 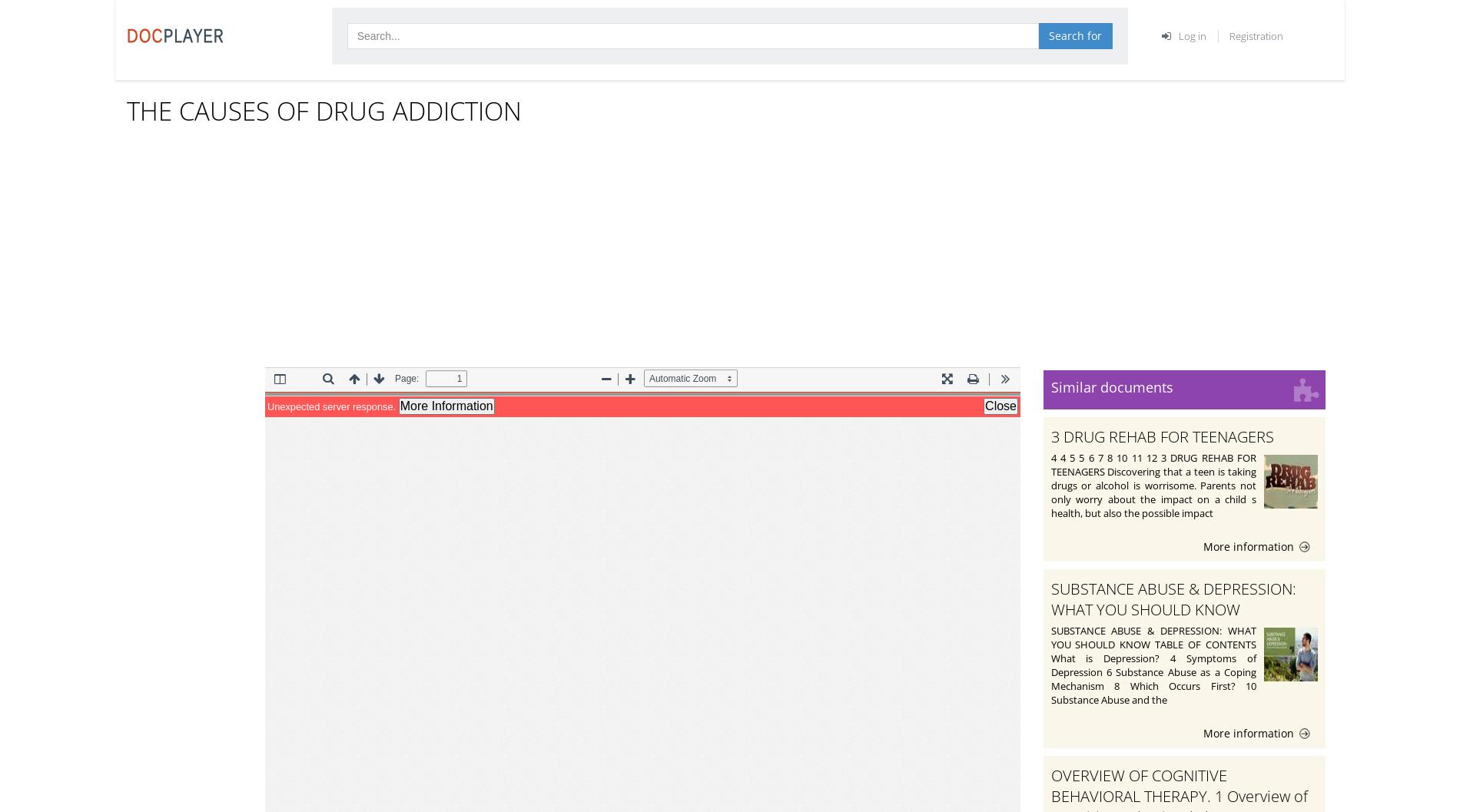 What do you see at coordinates (323, 110) in the screenshot?
I see `'THE CAUSES OF DRUG ADDICTION'` at bounding box center [323, 110].